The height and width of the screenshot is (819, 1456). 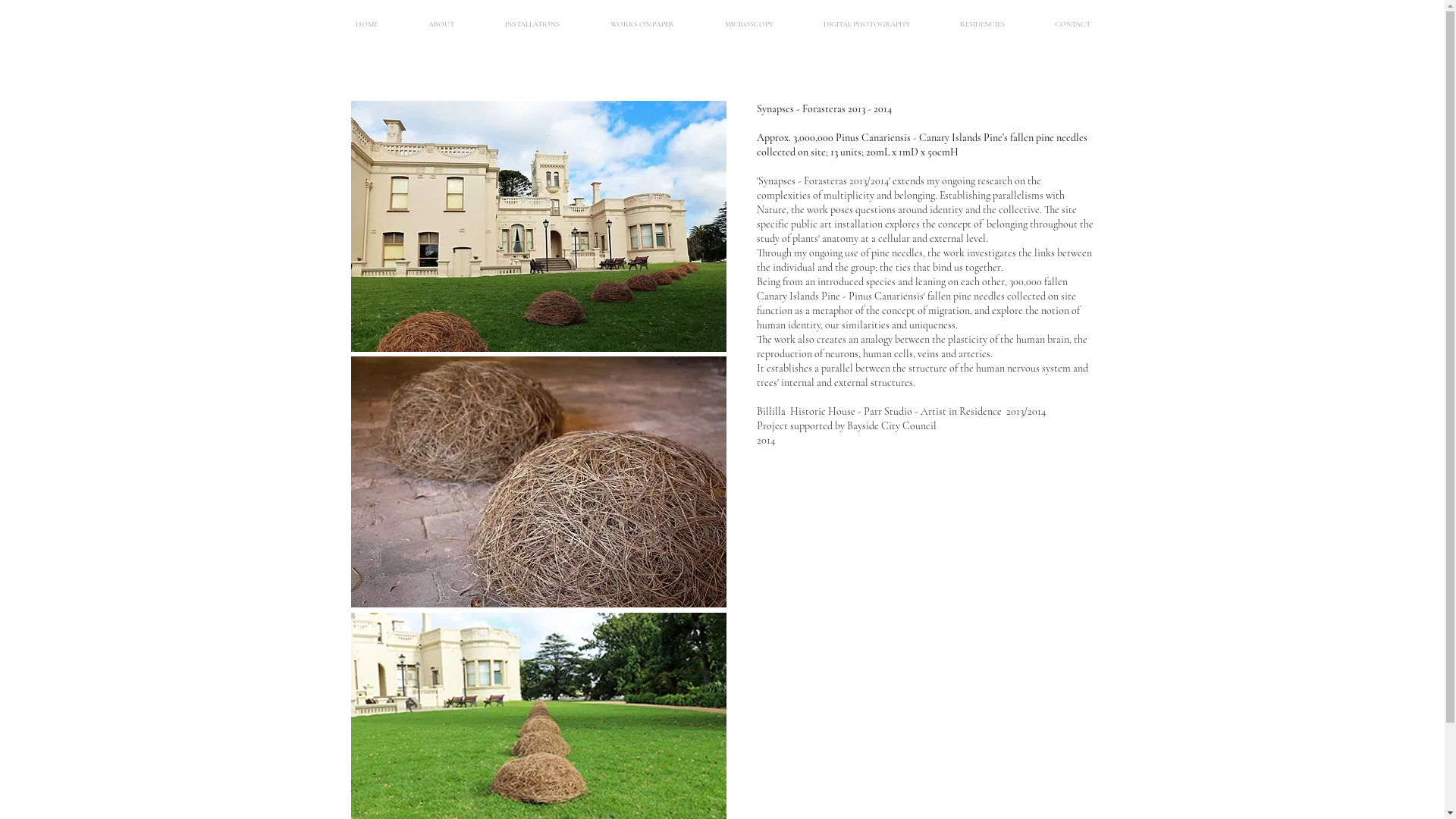 I want to click on 'CONTACT', so click(x=1072, y=24).